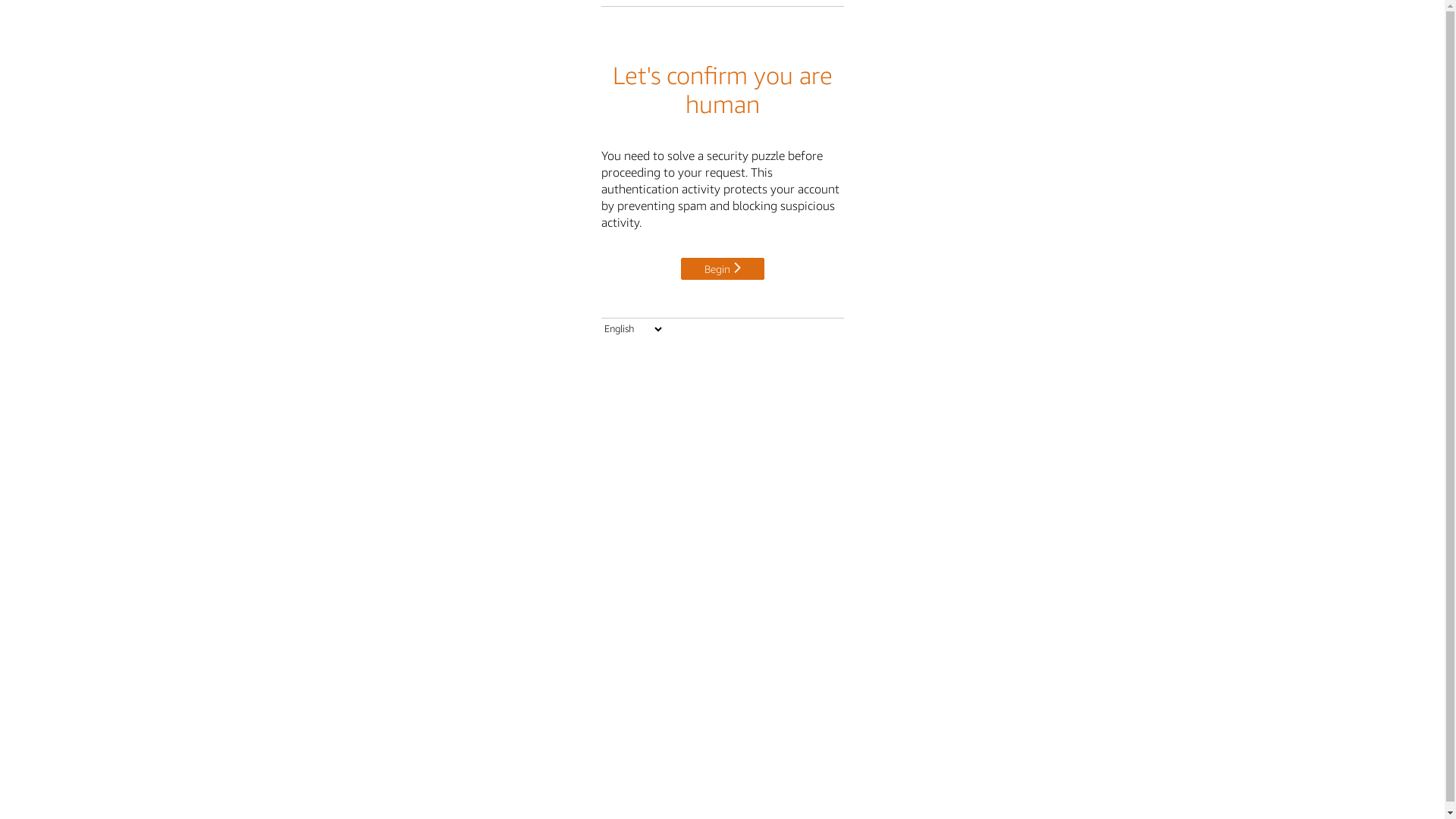  What do you see at coordinates (679, 268) in the screenshot?
I see `'Begin'` at bounding box center [679, 268].